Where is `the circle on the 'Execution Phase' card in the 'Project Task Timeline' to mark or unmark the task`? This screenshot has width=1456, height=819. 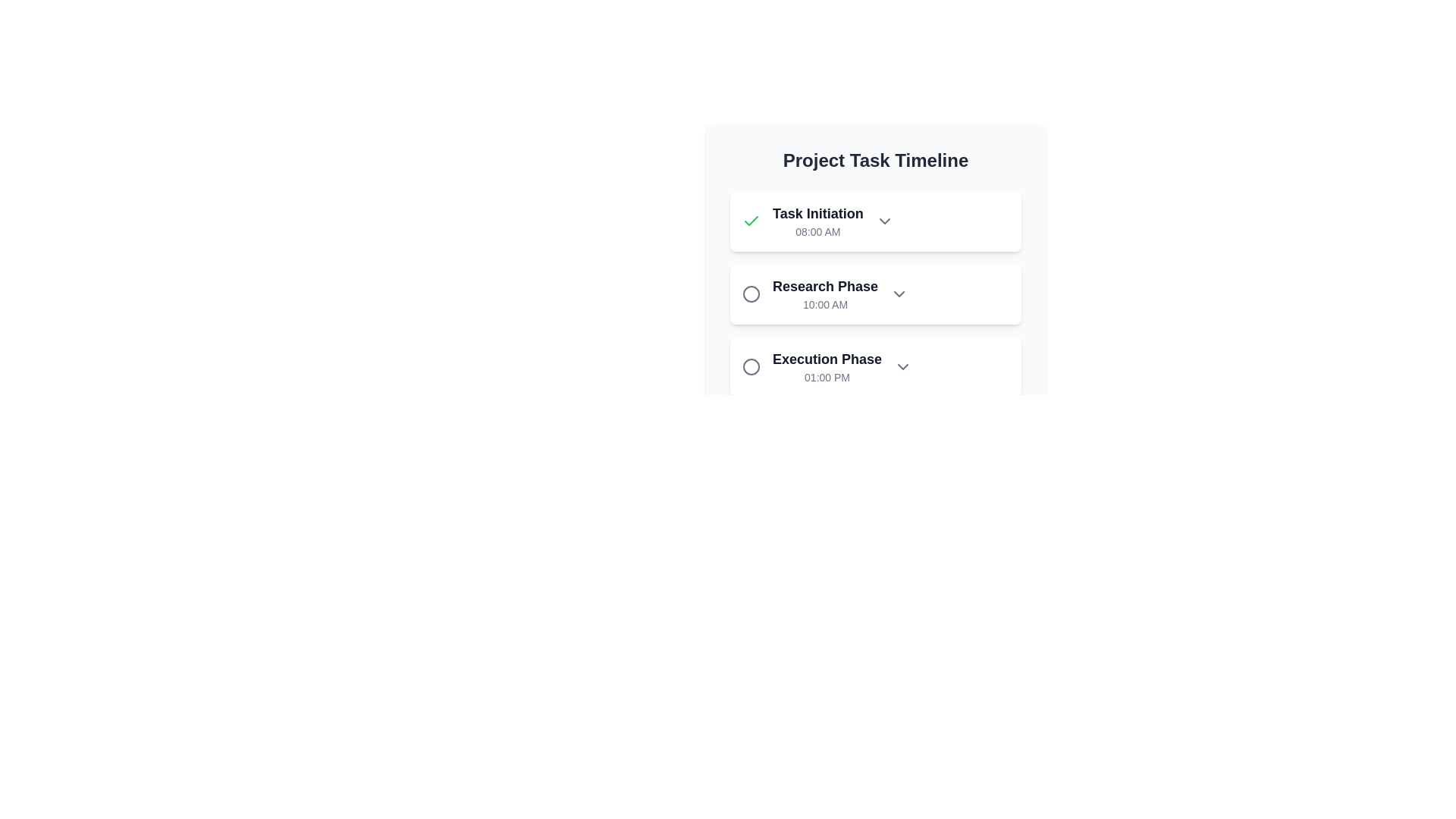
the circle on the 'Execution Phase' card in the 'Project Task Timeline' to mark or unmark the task is located at coordinates (876, 366).